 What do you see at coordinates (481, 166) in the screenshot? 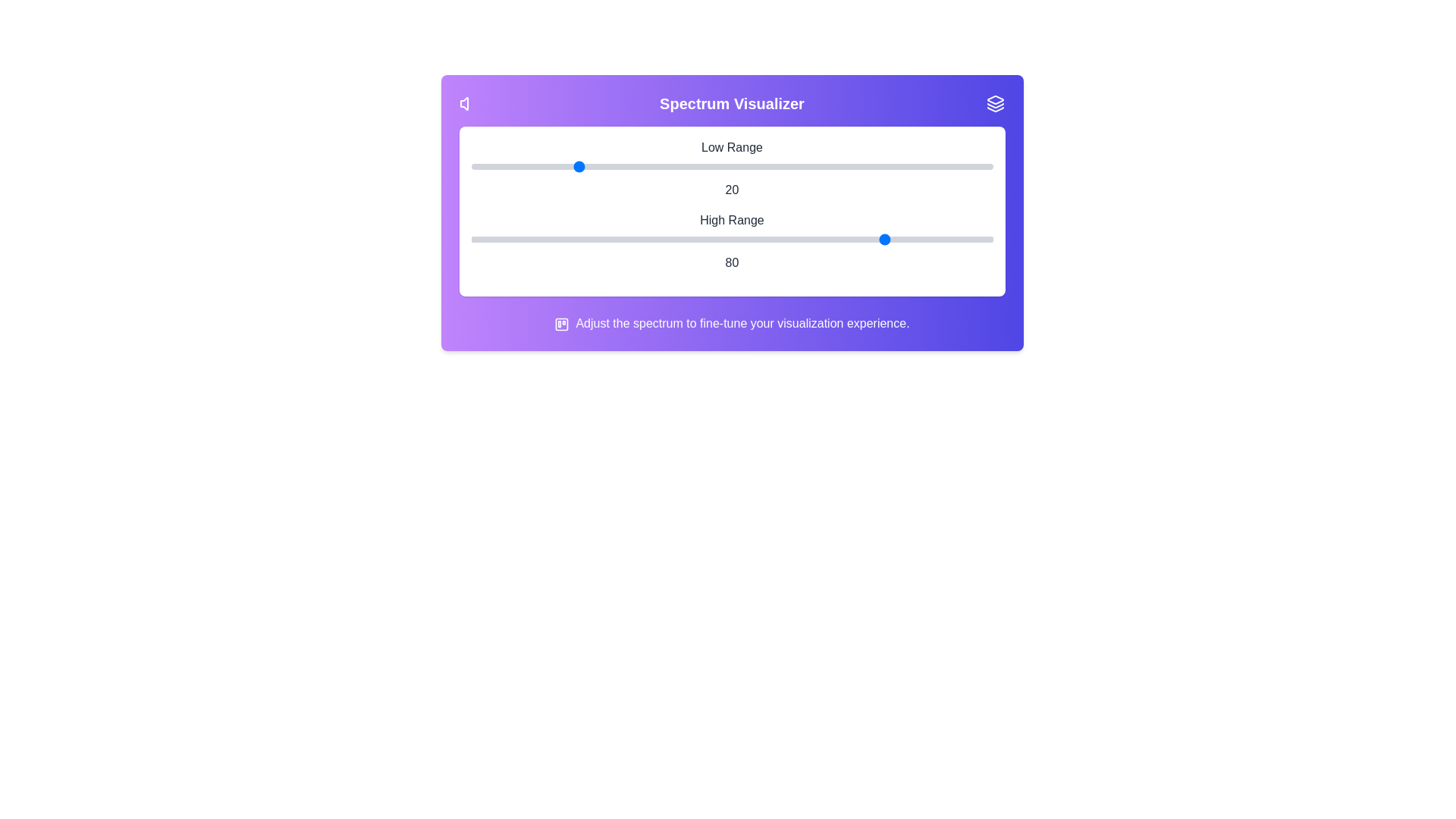
I see `the 0 slider to the value 2` at bounding box center [481, 166].